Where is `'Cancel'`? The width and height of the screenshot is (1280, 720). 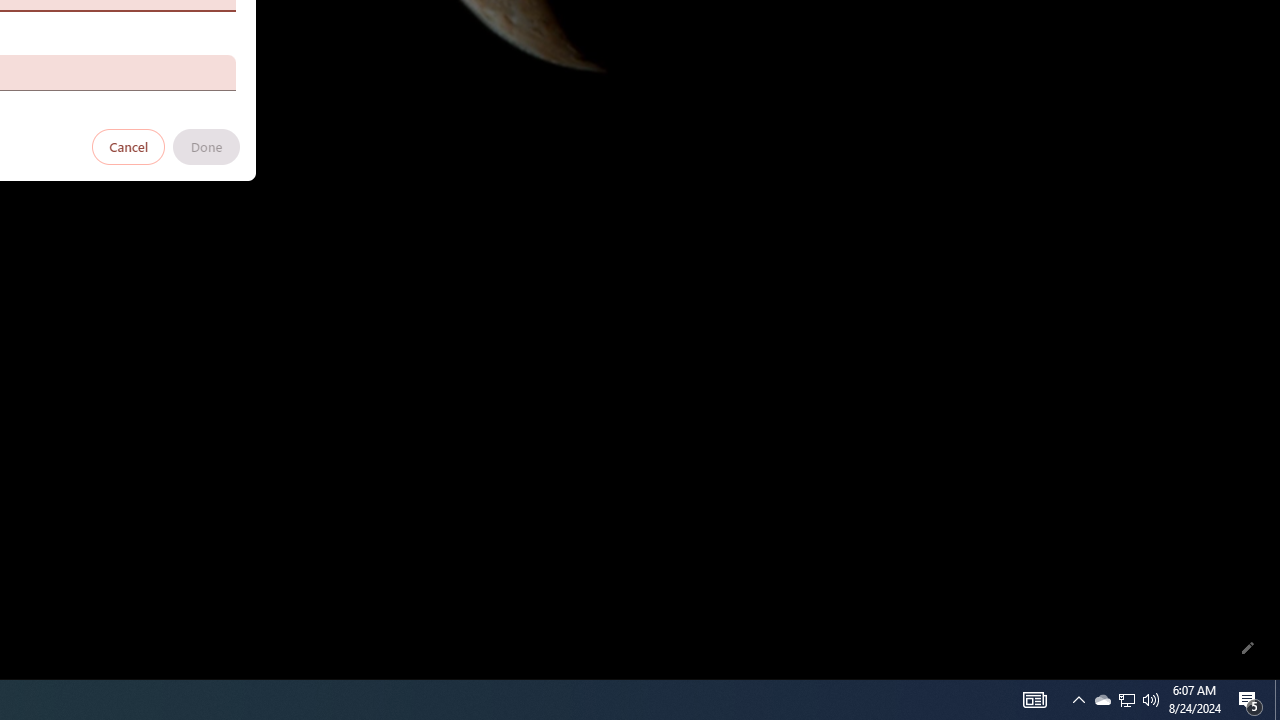
'Cancel' is located at coordinates (128, 145).